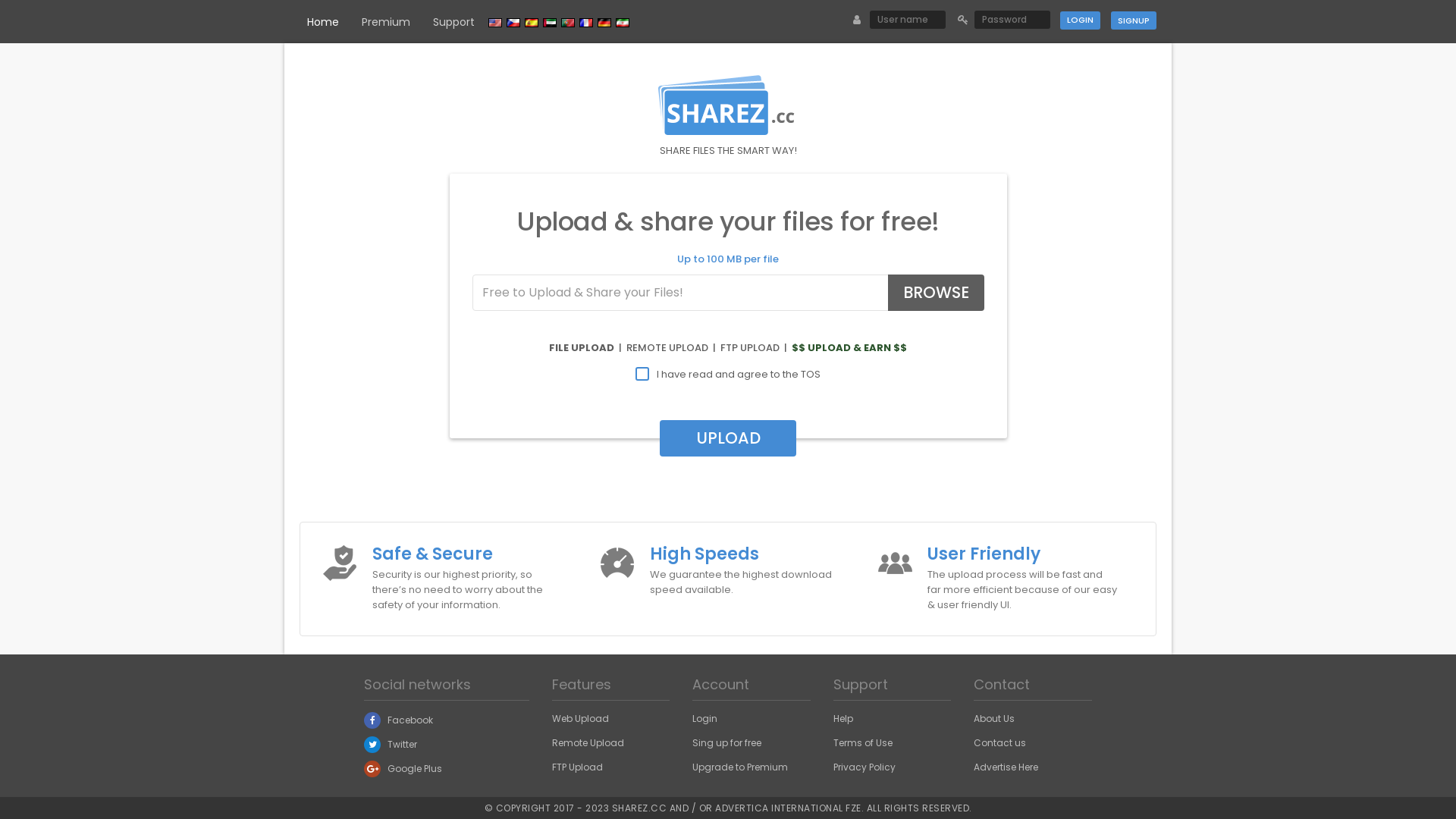 Image resolution: width=1456 pixels, height=819 pixels. What do you see at coordinates (999, 742) in the screenshot?
I see `'Contact us'` at bounding box center [999, 742].